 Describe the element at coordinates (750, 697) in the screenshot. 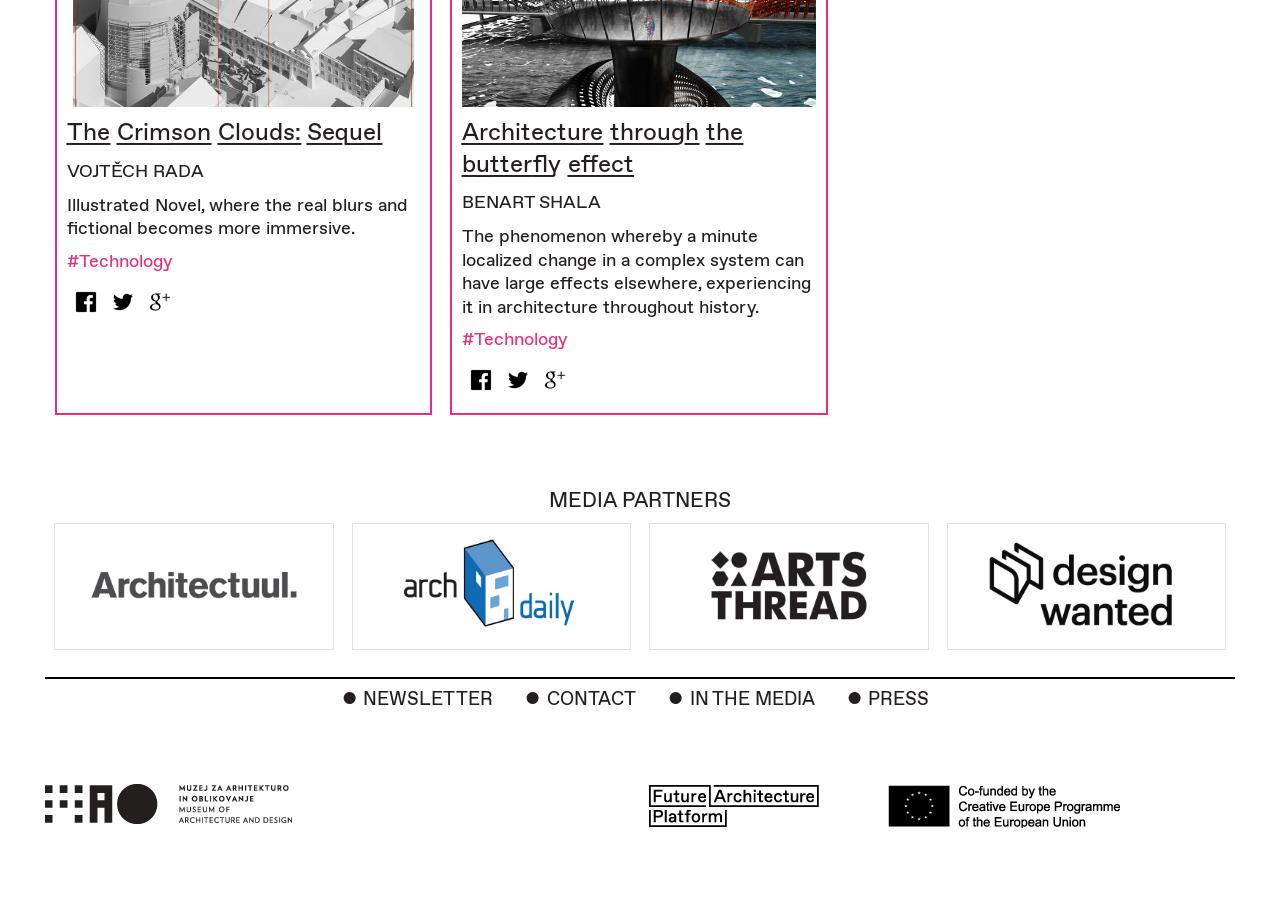

I see `'In the Media'` at that location.